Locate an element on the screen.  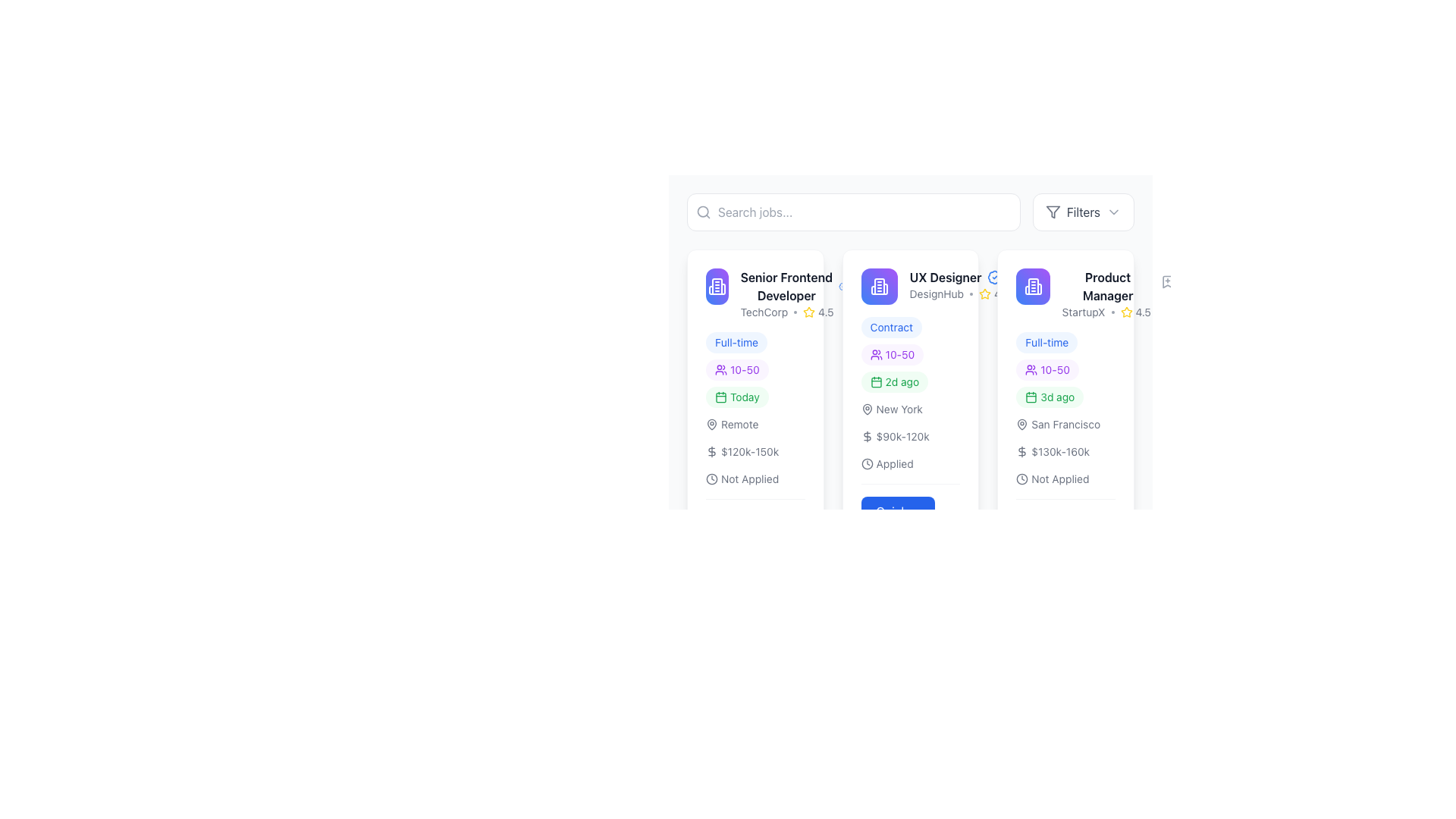
the text label for the job entry titled 'Senior Frontend Developer' is located at coordinates (755, 294).